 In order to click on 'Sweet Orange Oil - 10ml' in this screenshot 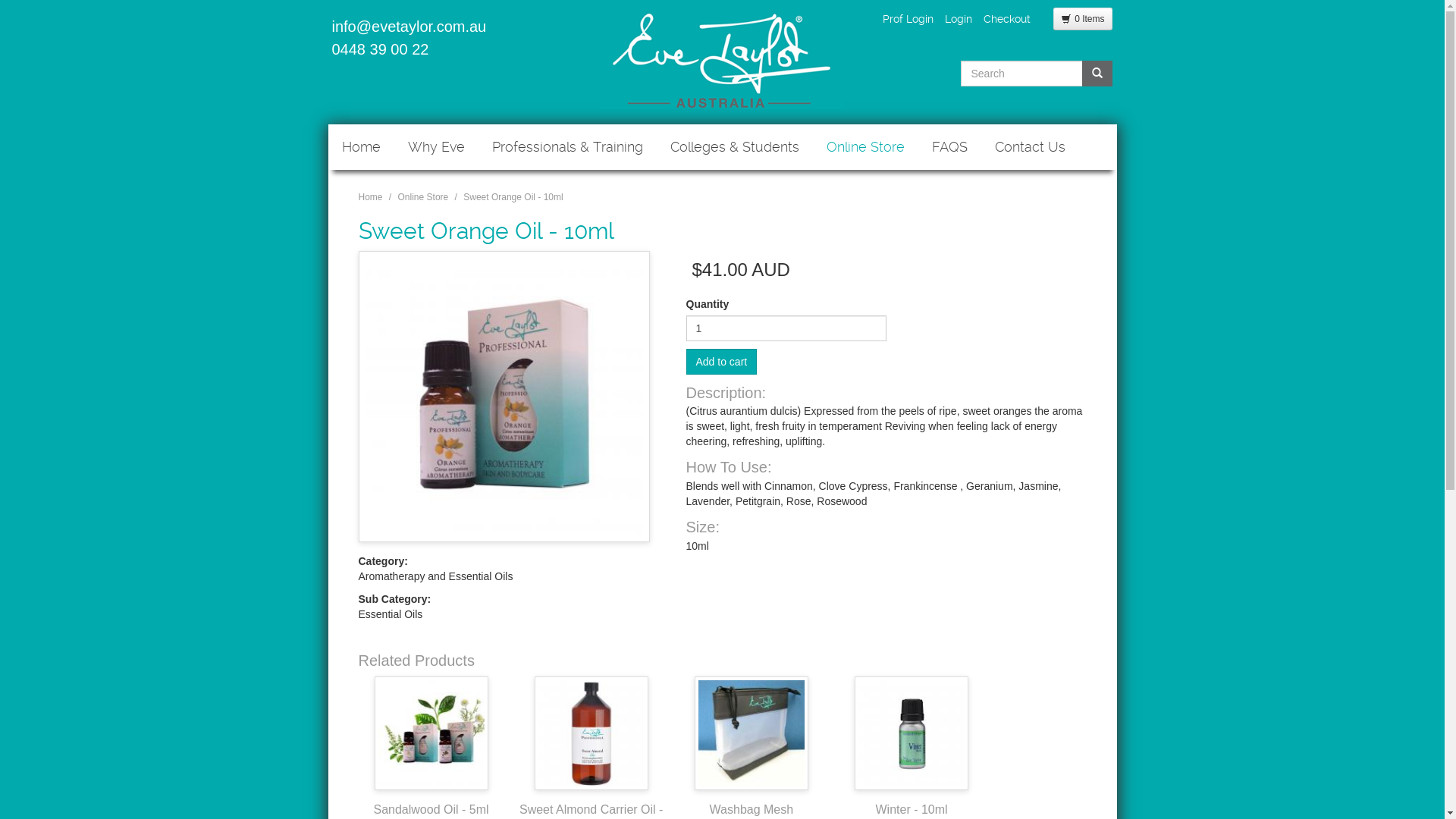, I will do `click(503, 396)`.